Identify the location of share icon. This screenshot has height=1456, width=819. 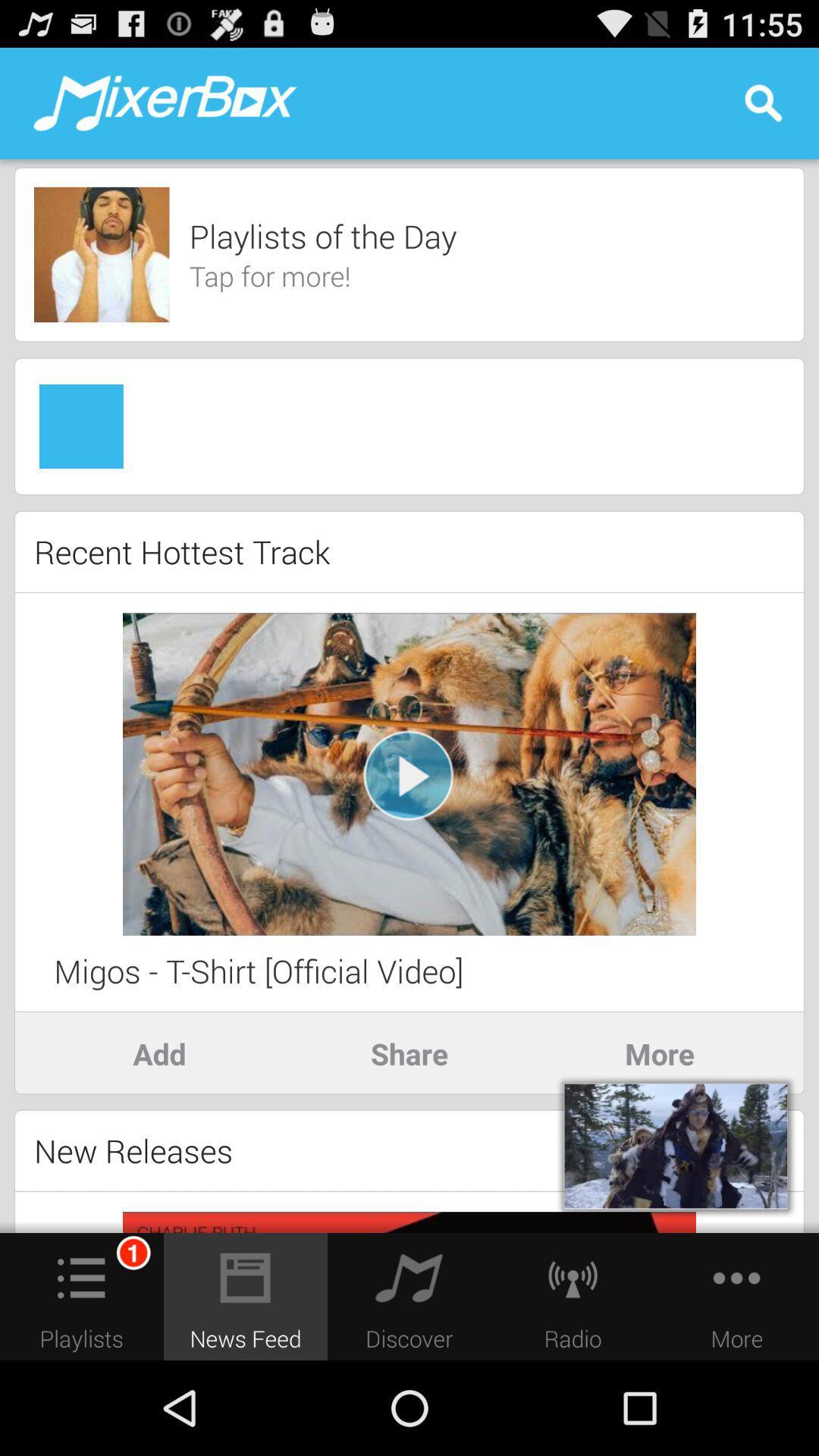
(409, 1053).